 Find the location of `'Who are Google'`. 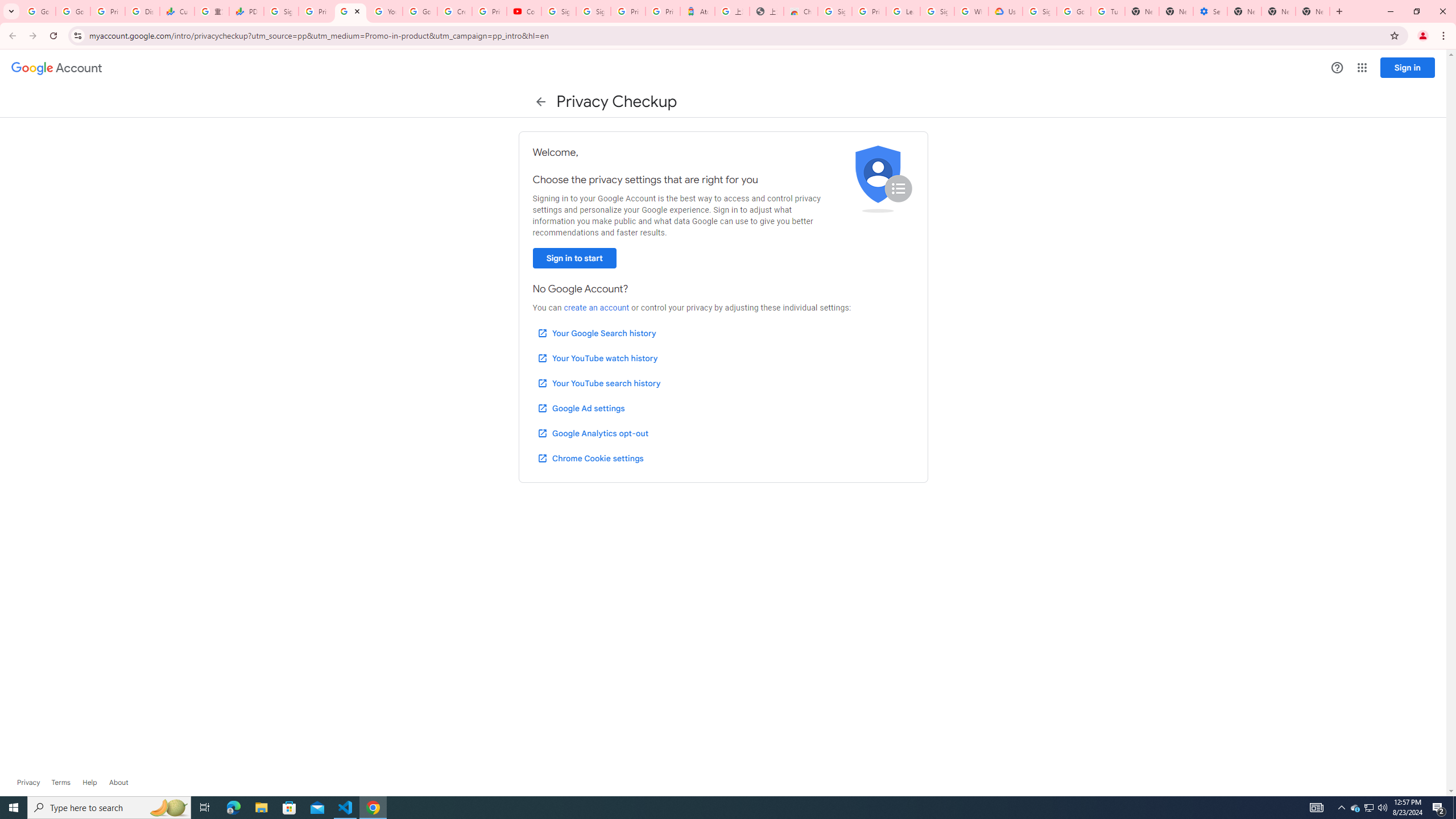

'Who are Google' is located at coordinates (971, 11).